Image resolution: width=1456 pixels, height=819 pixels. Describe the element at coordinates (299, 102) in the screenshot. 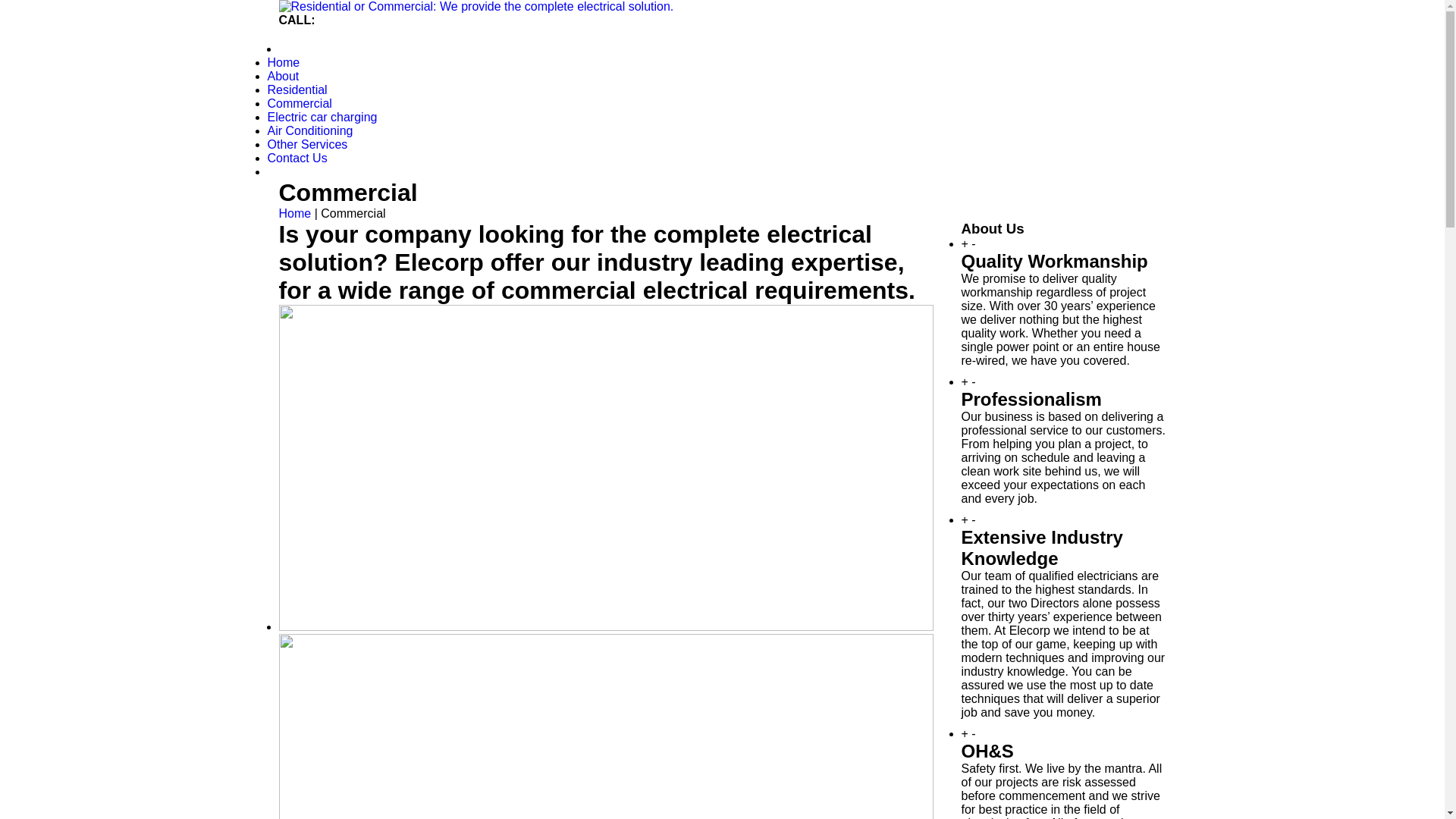

I see `'Commercial'` at that location.